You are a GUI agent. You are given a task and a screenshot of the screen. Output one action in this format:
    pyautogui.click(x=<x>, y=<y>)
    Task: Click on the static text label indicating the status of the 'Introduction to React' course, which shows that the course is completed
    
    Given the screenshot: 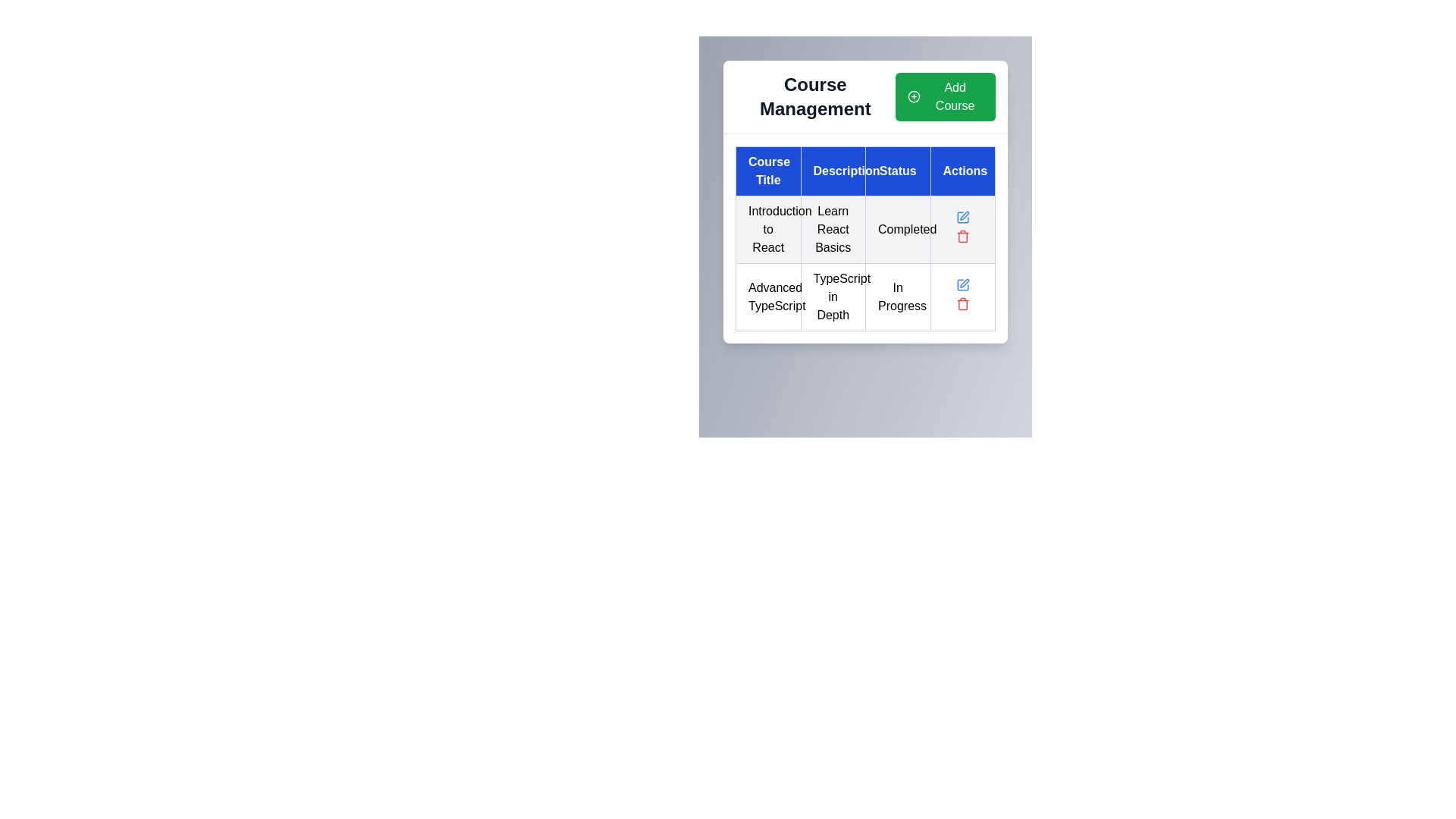 What is the action you would take?
    pyautogui.click(x=898, y=230)
    